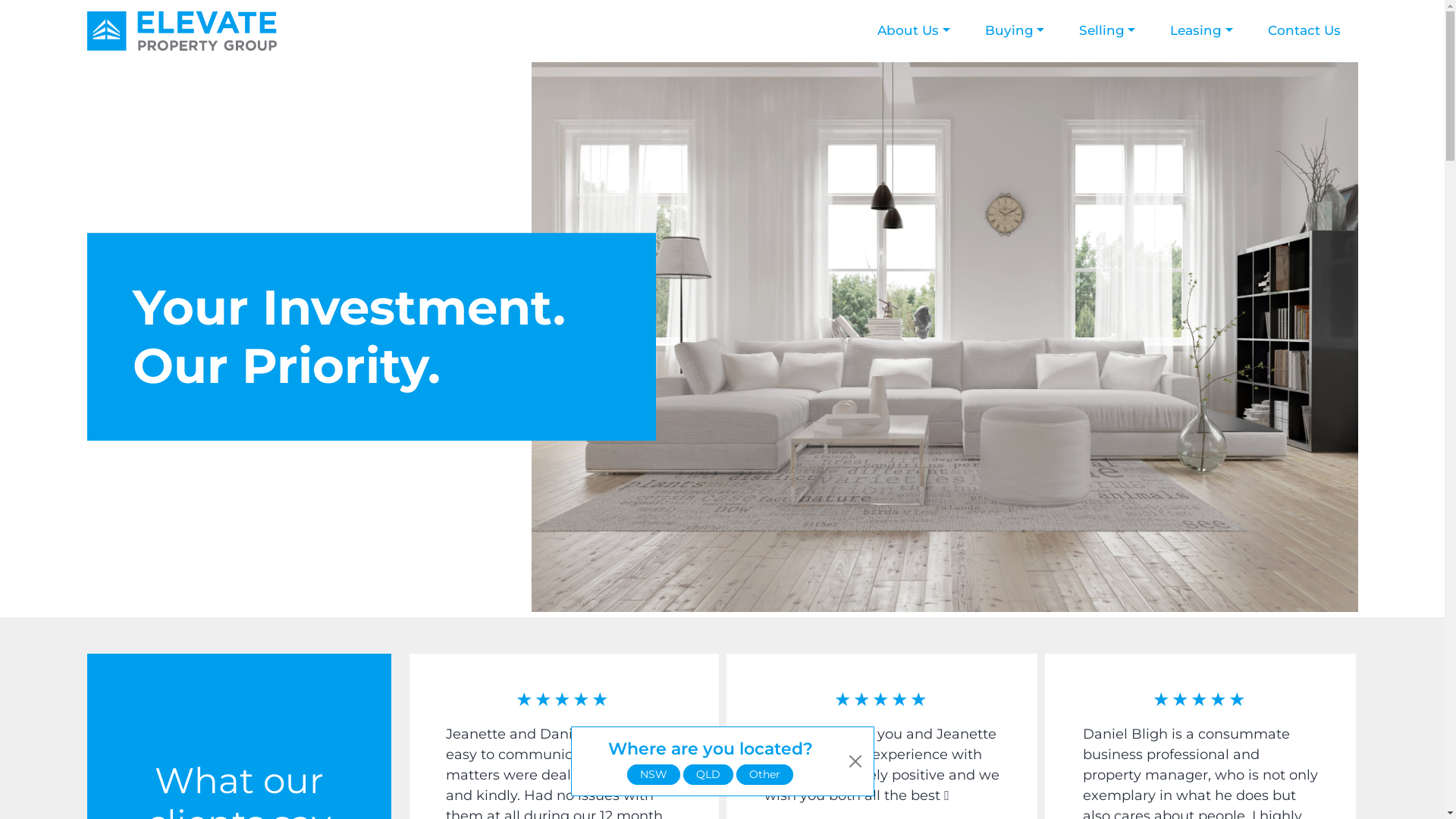  What do you see at coordinates (1106, 31) in the screenshot?
I see `'Selling'` at bounding box center [1106, 31].